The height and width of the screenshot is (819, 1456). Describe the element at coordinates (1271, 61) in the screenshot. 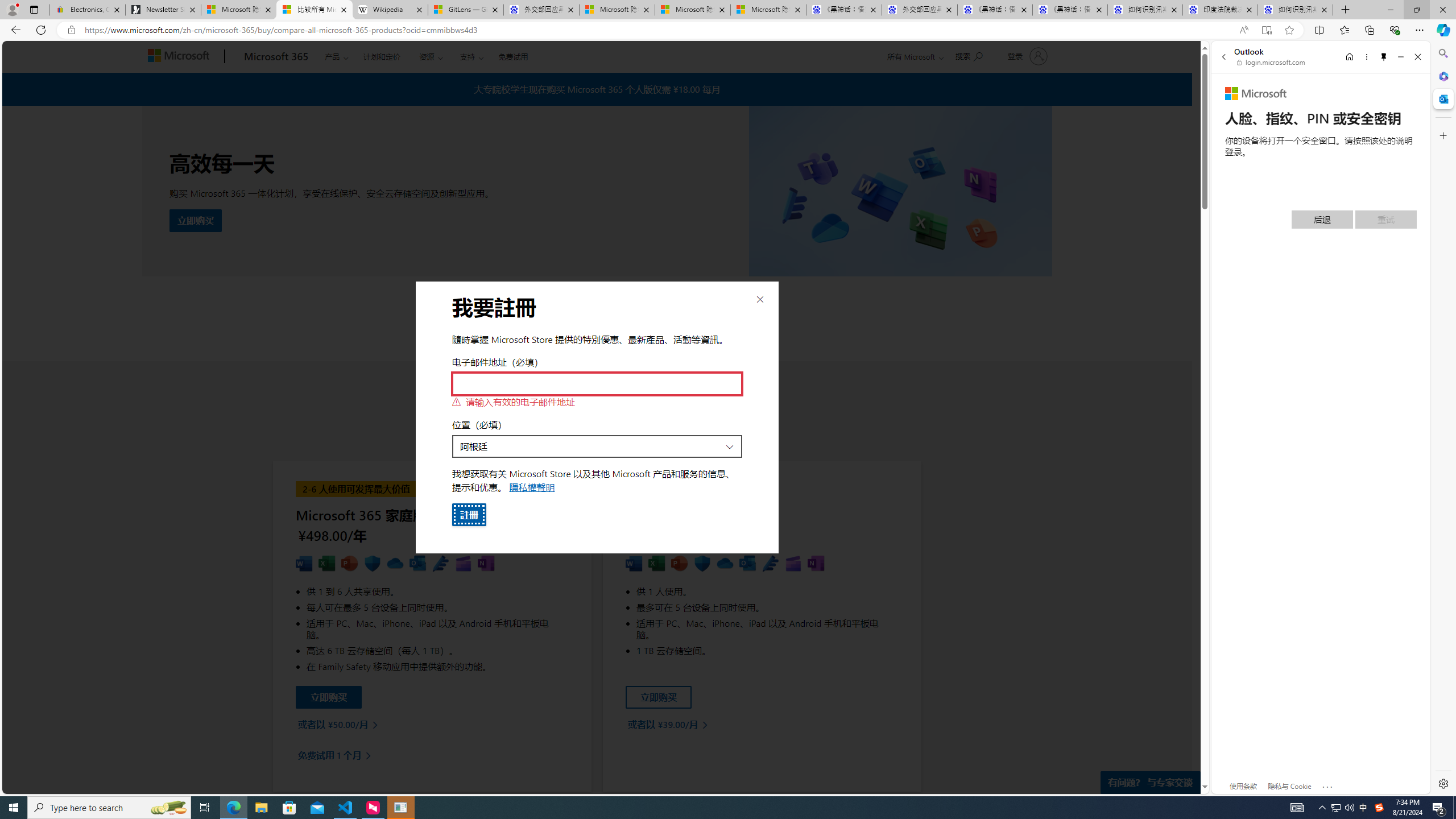

I see `'login.microsoft.com'` at that location.